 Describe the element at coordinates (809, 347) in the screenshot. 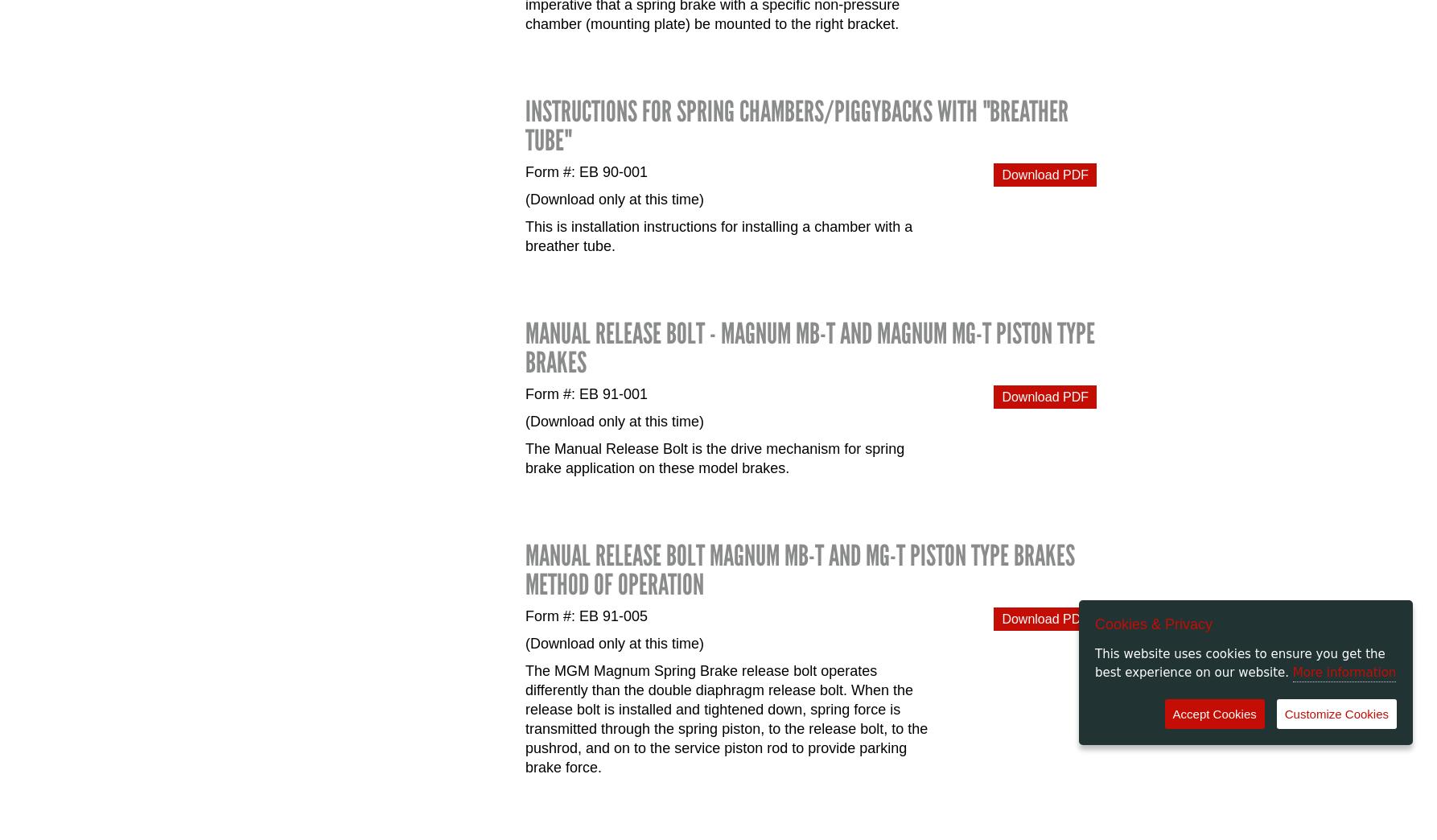

I see `'Manual Release Bolt - MAGNUM MB-T and MAGNUM MG-T Piston Type Brakes'` at that location.